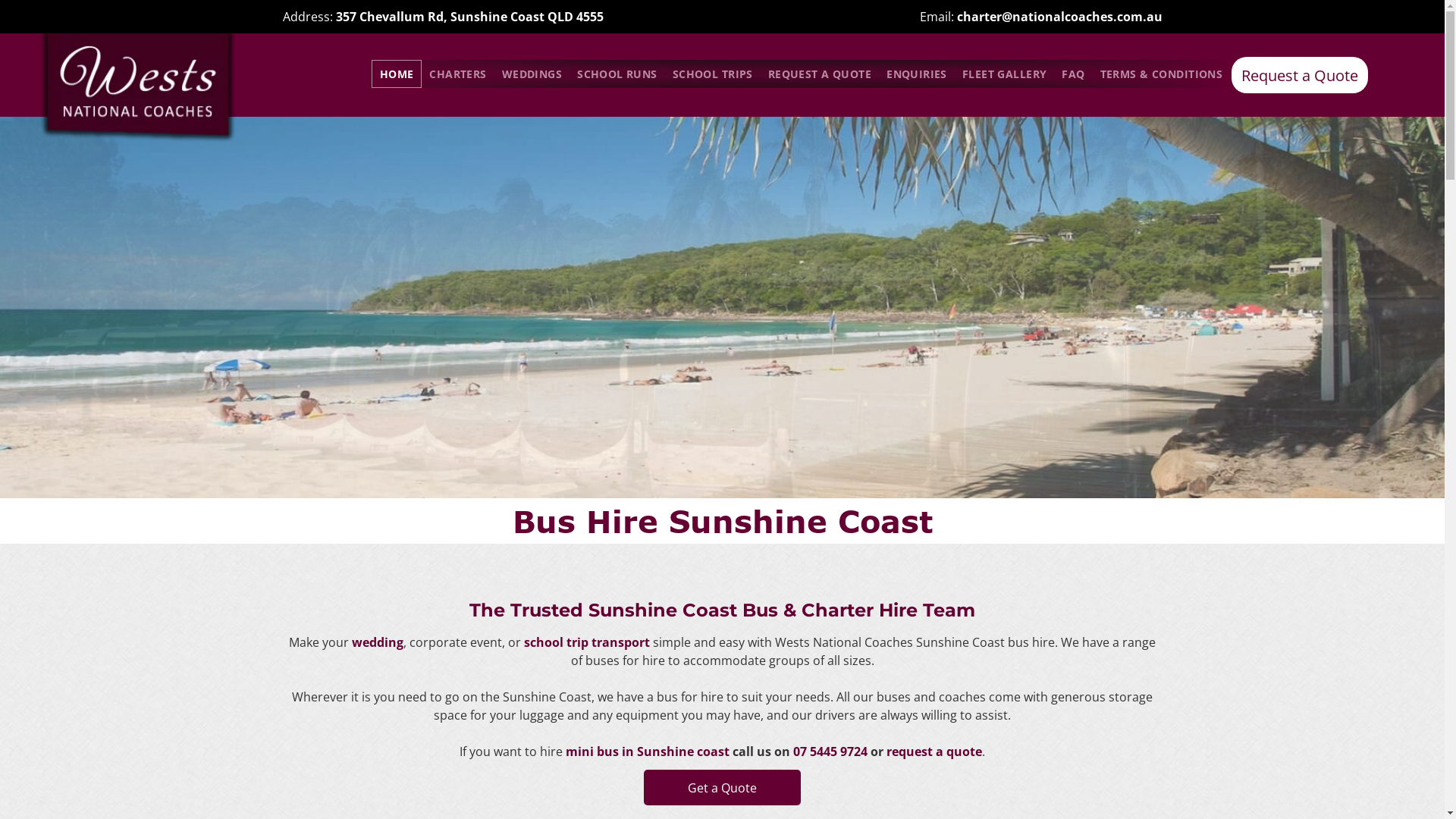 Image resolution: width=1456 pixels, height=819 pixels. What do you see at coordinates (1059, 17) in the screenshot?
I see `'charter@nationalcoaches.com.au'` at bounding box center [1059, 17].